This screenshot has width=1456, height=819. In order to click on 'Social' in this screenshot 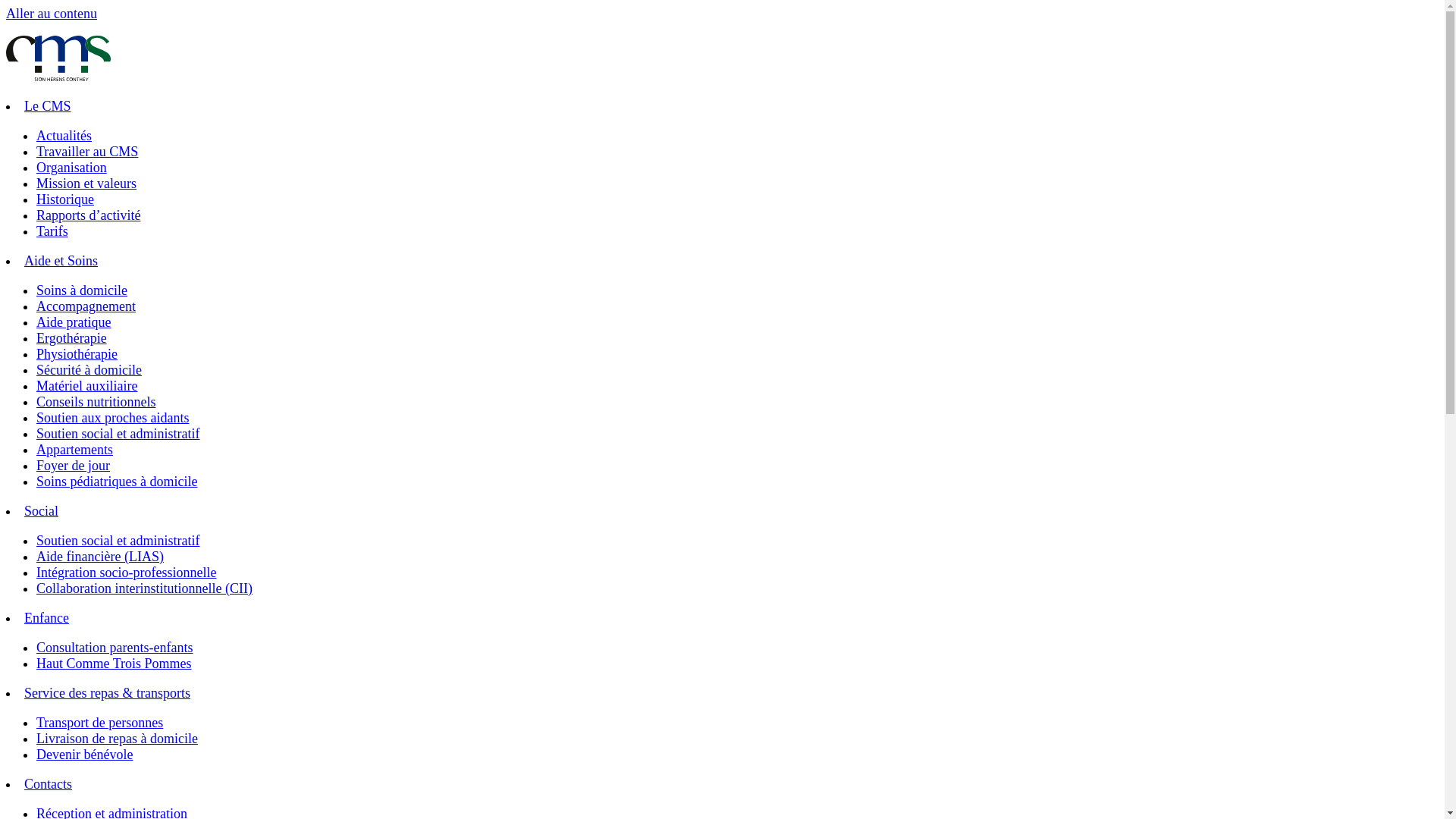, I will do `click(41, 511)`.